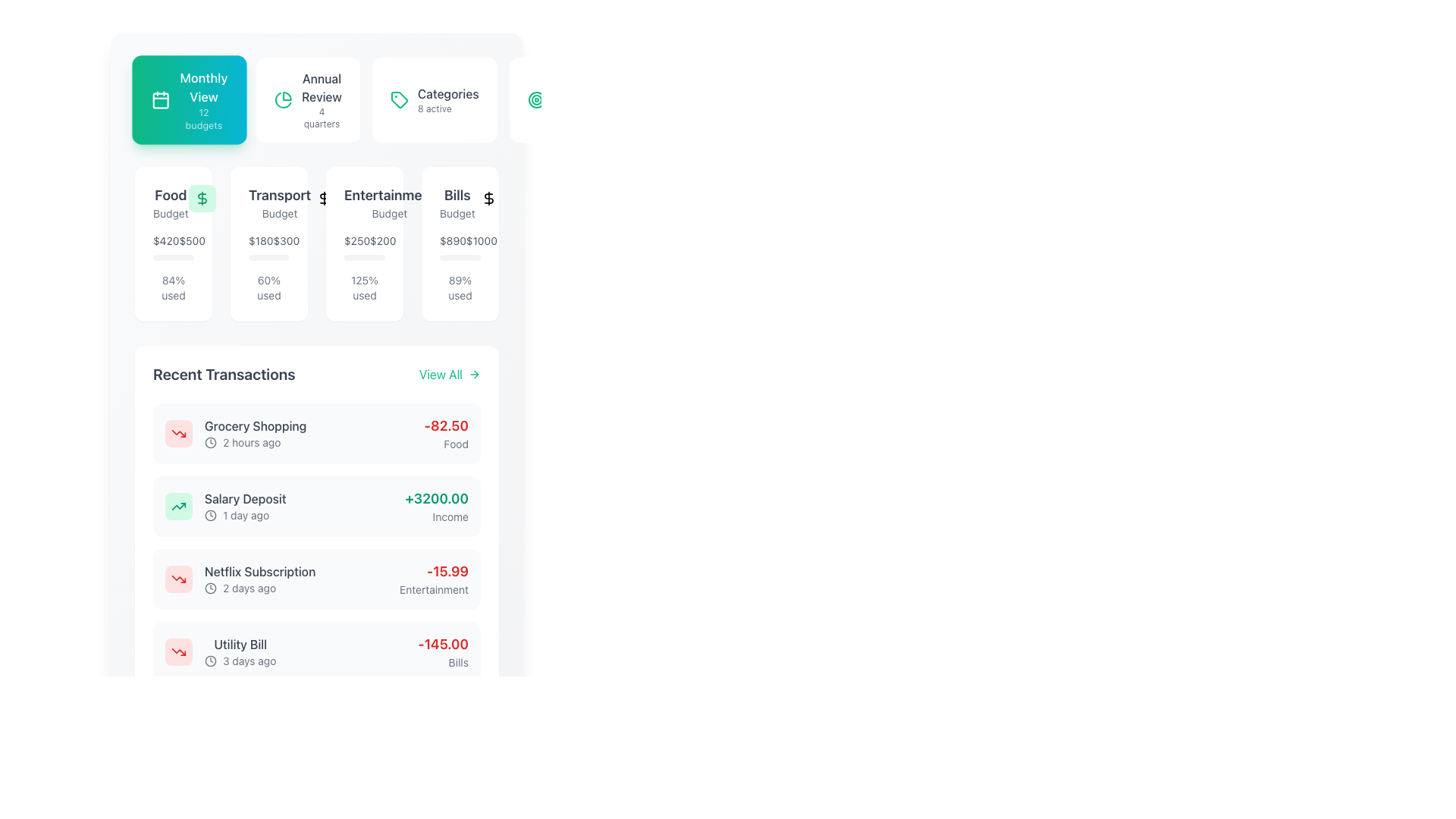  What do you see at coordinates (488, 198) in the screenshot?
I see `the dollar sign SVG icon located within the highlighted 'Bills' box in the 'Monthly View' section, positioned near the top-right corner of the viewport` at bounding box center [488, 198].